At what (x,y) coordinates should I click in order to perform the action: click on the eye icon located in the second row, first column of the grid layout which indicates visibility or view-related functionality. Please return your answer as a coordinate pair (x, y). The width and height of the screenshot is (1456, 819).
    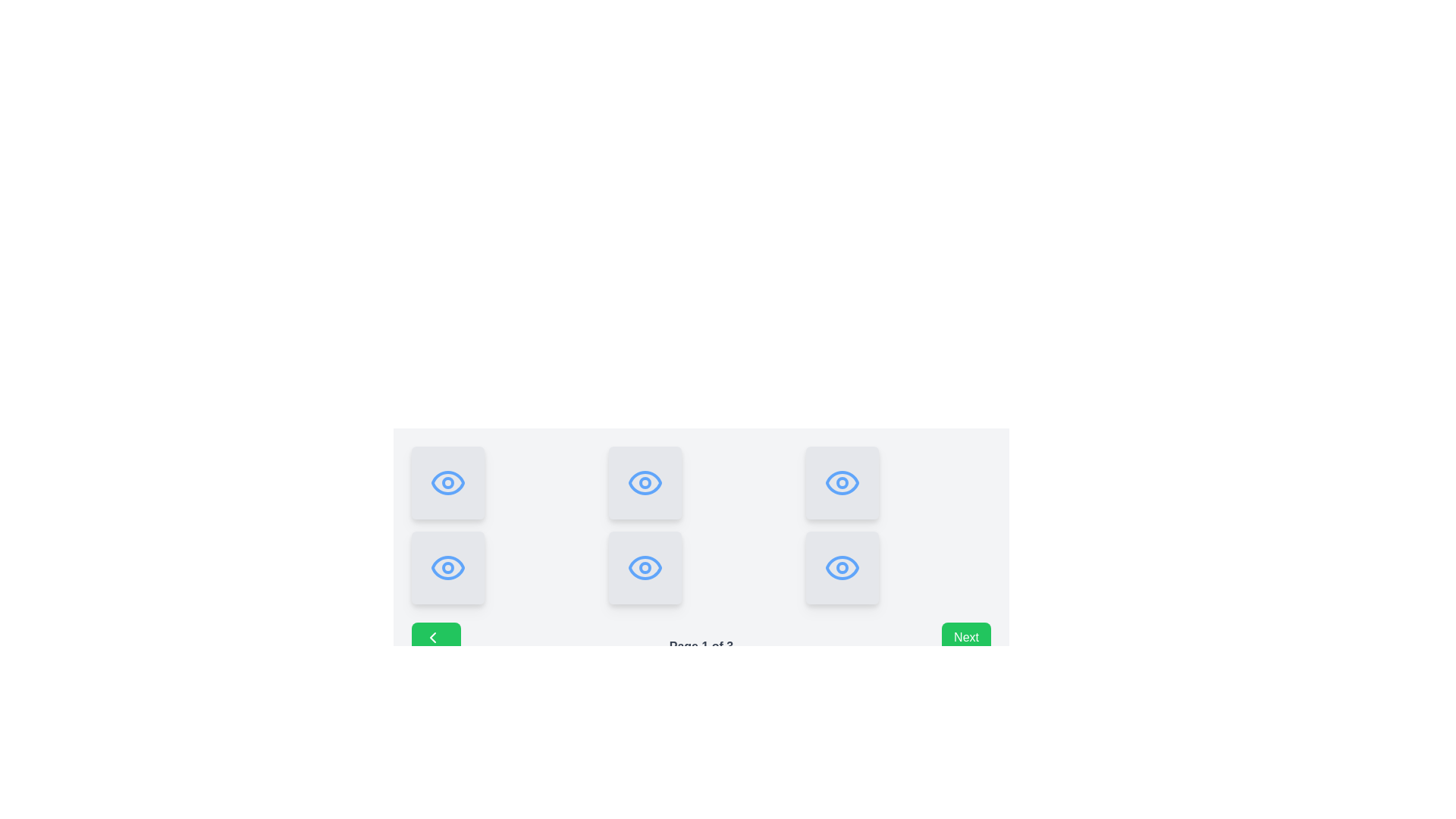
    Looking at the image, I should click on (447, 567).